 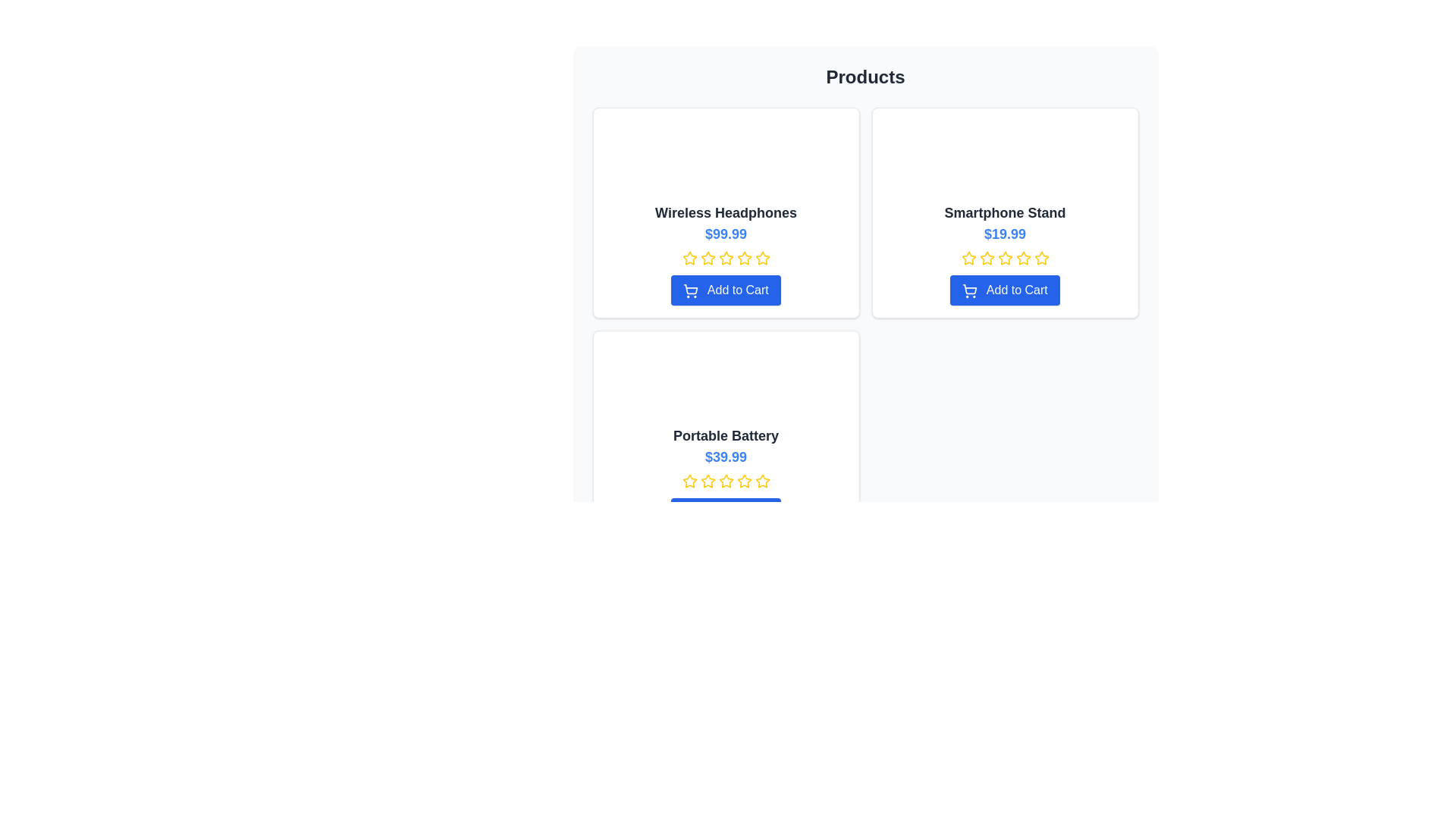 I want to click on the blue rectangular button labeled 'Add to Cart' with a shopping cart icon, located at the bottom of the 'Wireless Headphones' product card, so click(x=725, y=290).